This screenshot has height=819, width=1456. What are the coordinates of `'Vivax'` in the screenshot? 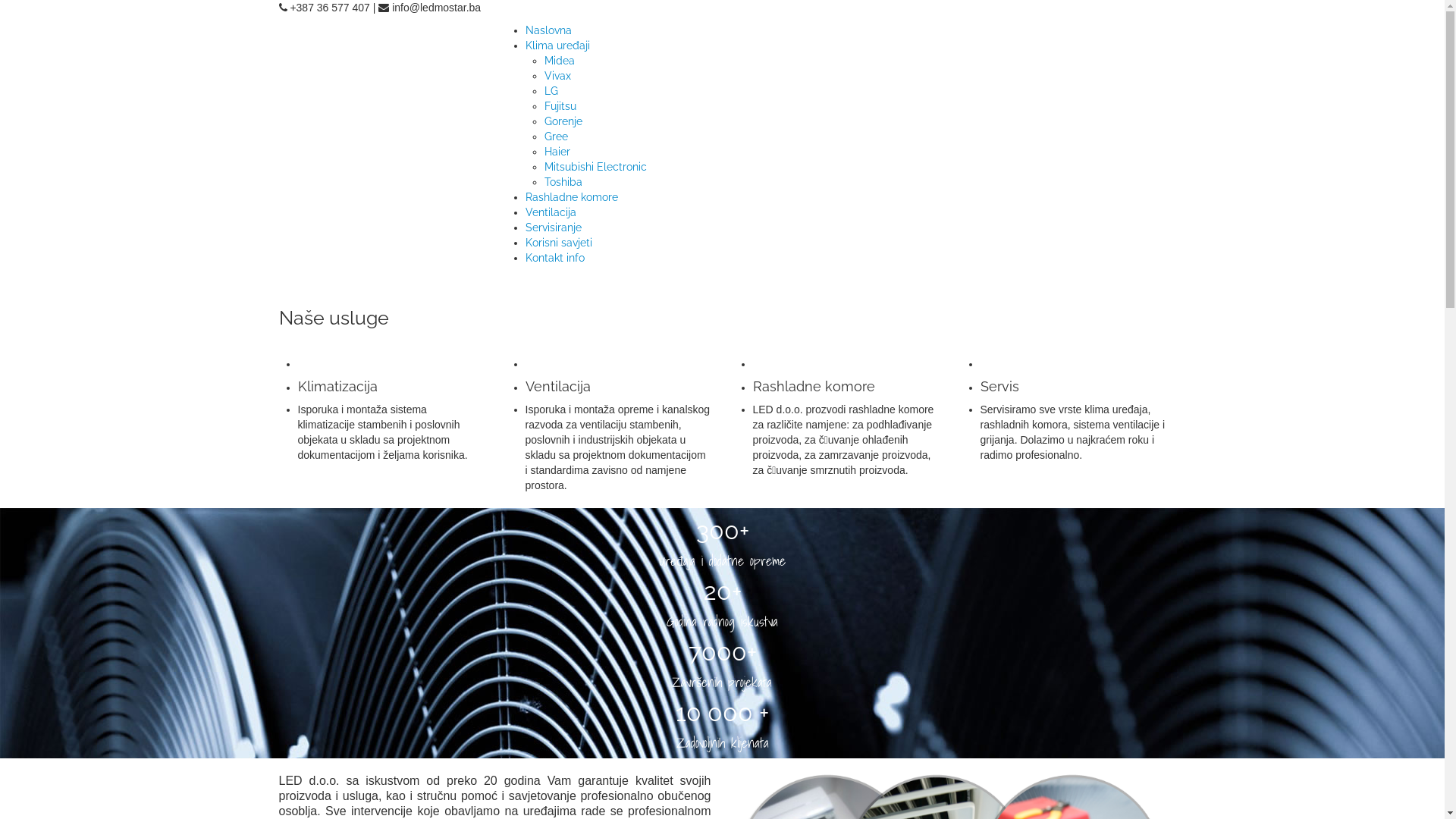 It's located at (557, 76).